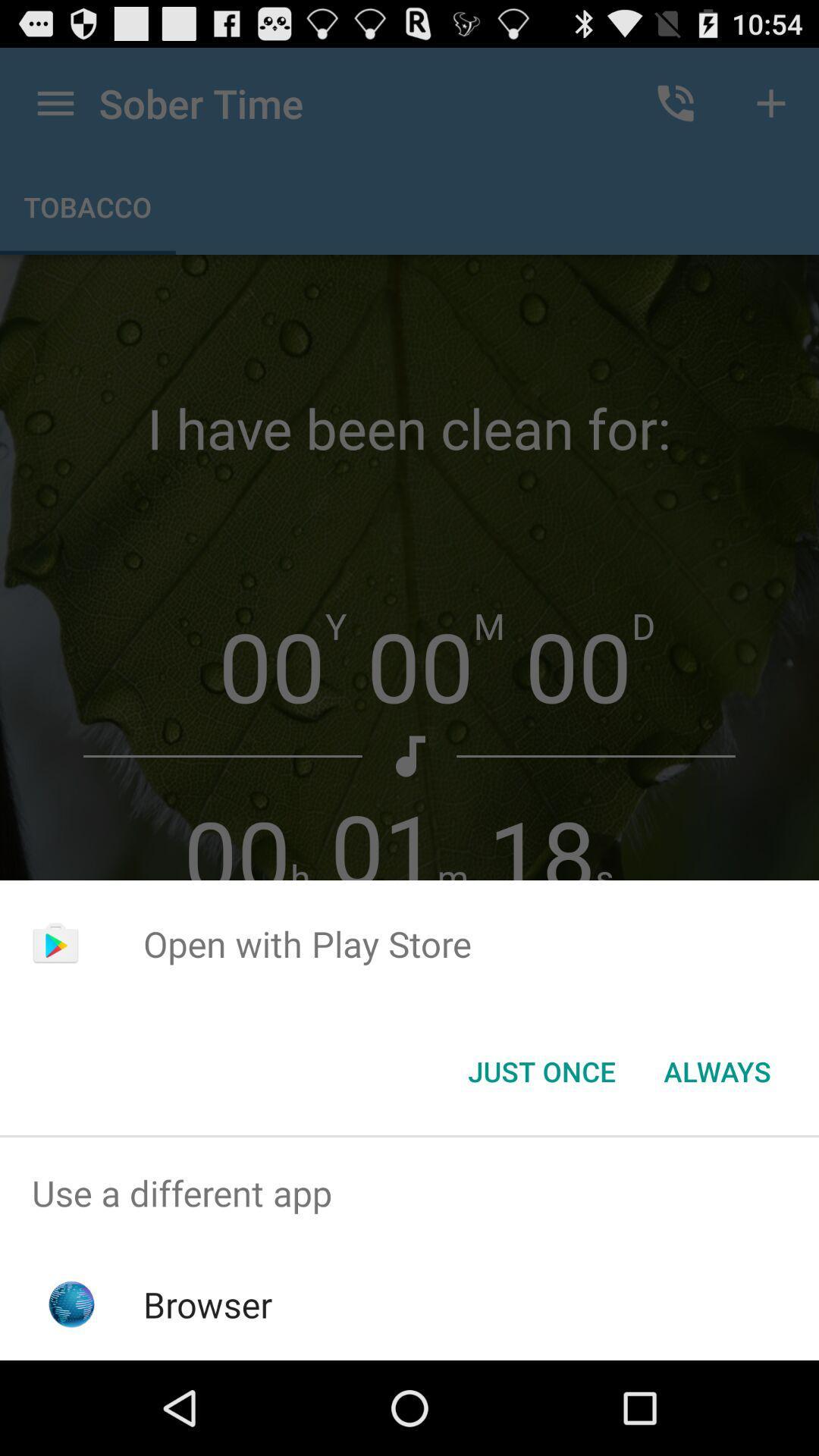 The height and width of the screenshot is (1456, 819). What do you see at coordinates (208, 1304) in the screenshot?
I see `icon below the use a different app` at bounding box center [208, 1304].